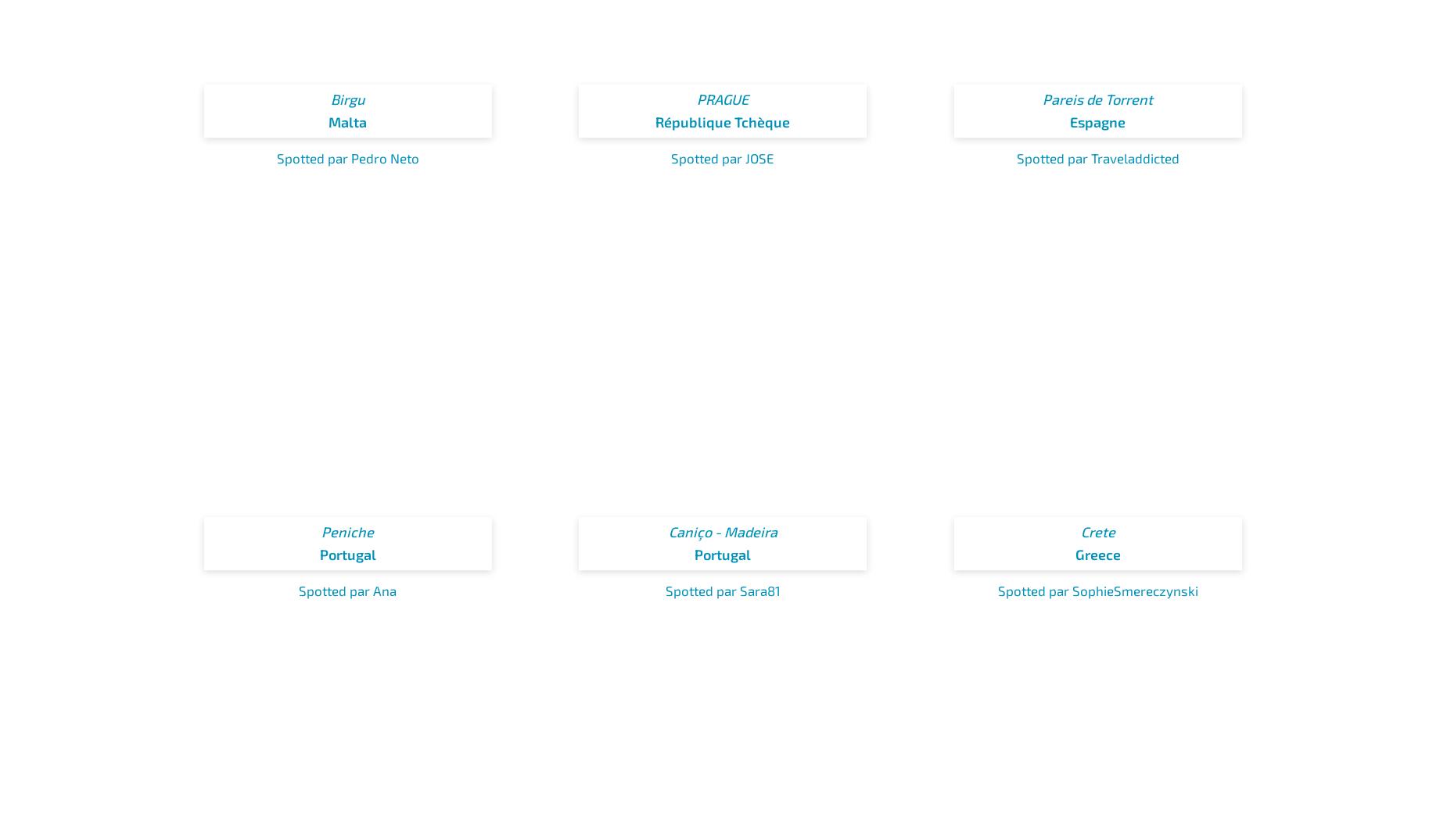 The width and height of the screenshot is (1447, 840). Describe the element at coordinates (723, 121) in the screenshot. I see `'République Tchèque'` at that location.